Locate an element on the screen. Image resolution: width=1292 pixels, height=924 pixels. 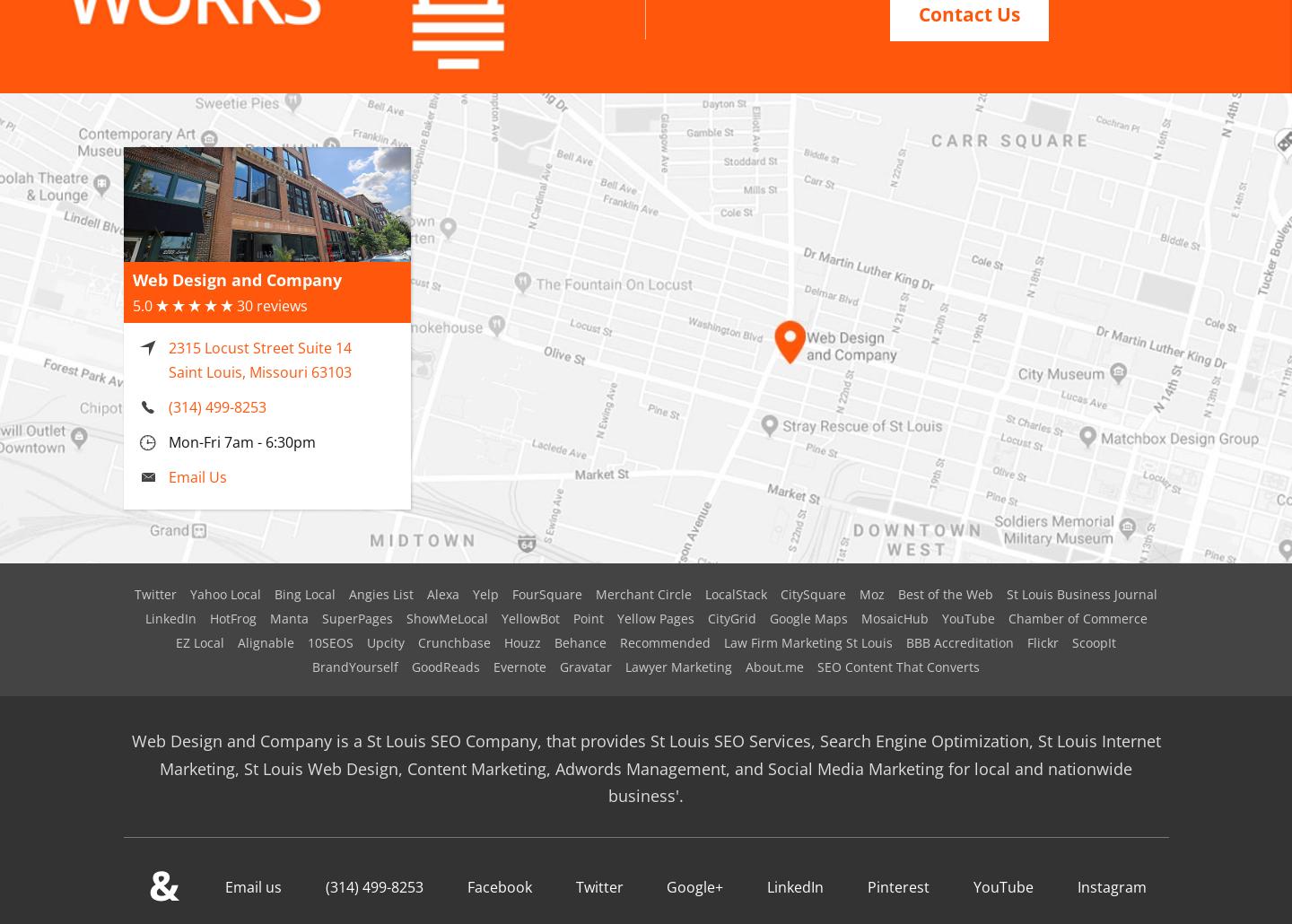
'Bing Local' is located at coordinates (304, 571).